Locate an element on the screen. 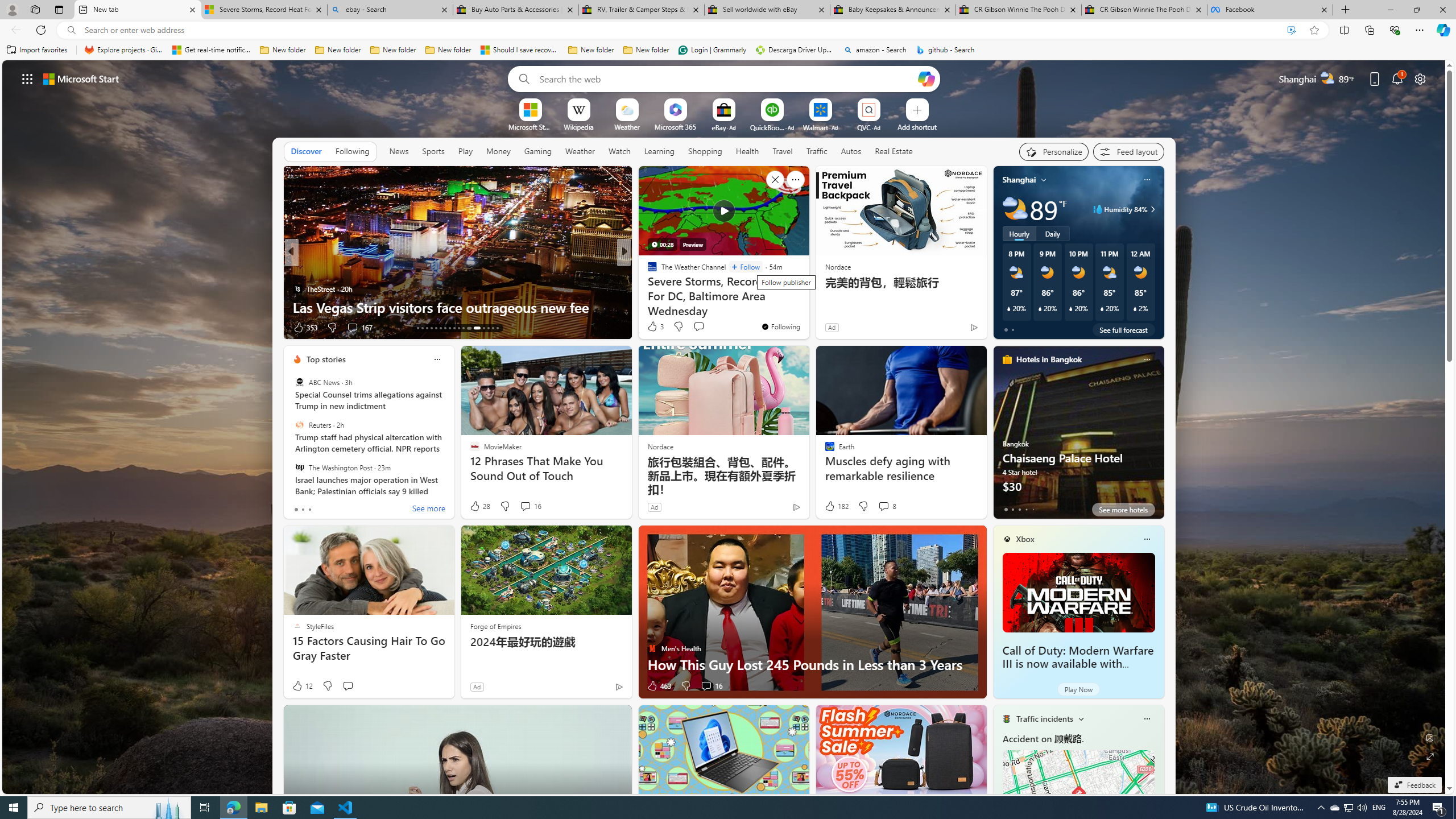  'TheStreet' is located at coordinates (296, 288).